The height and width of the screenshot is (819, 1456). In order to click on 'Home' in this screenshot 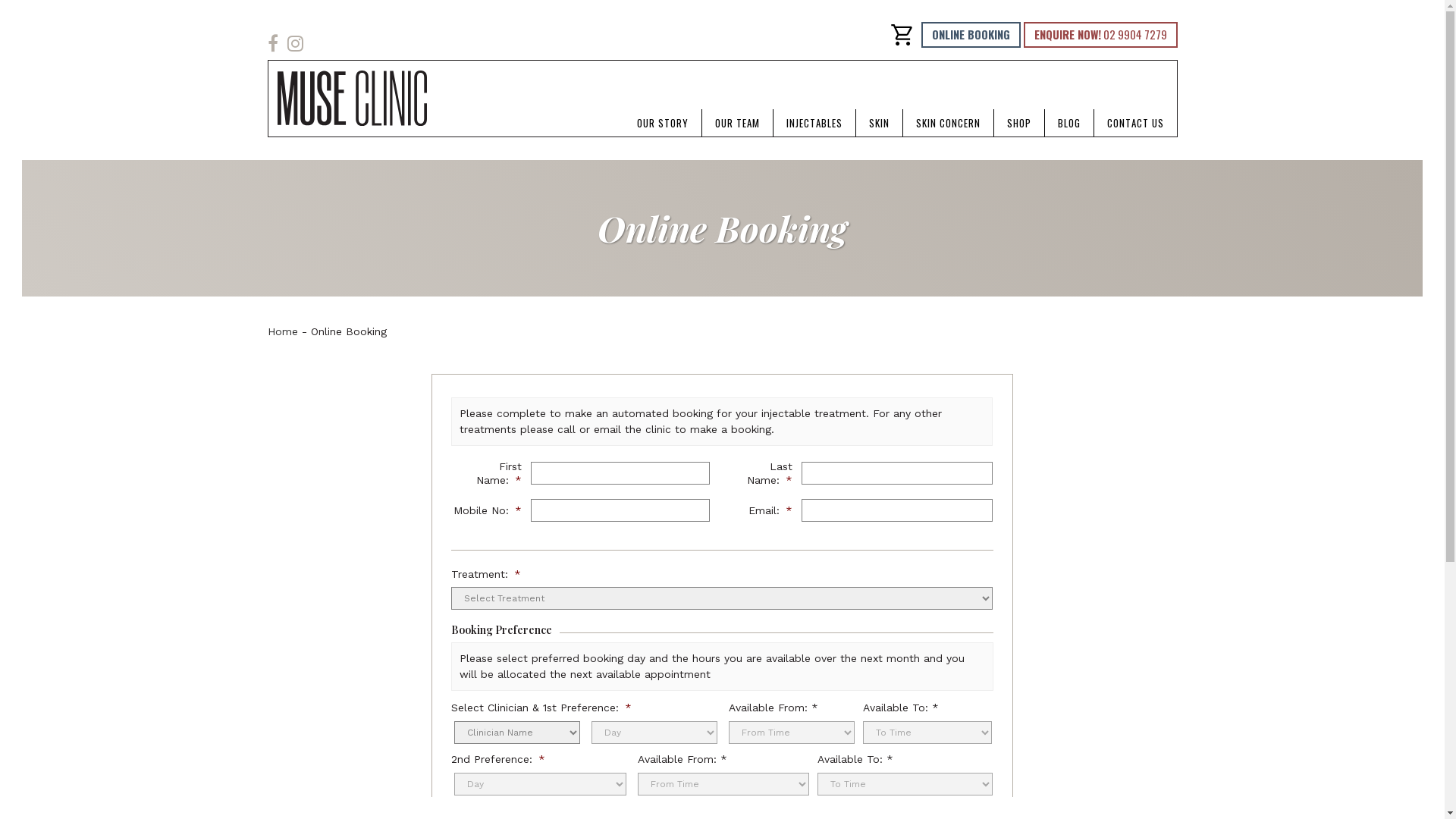, I will do `click(281, 330)`.